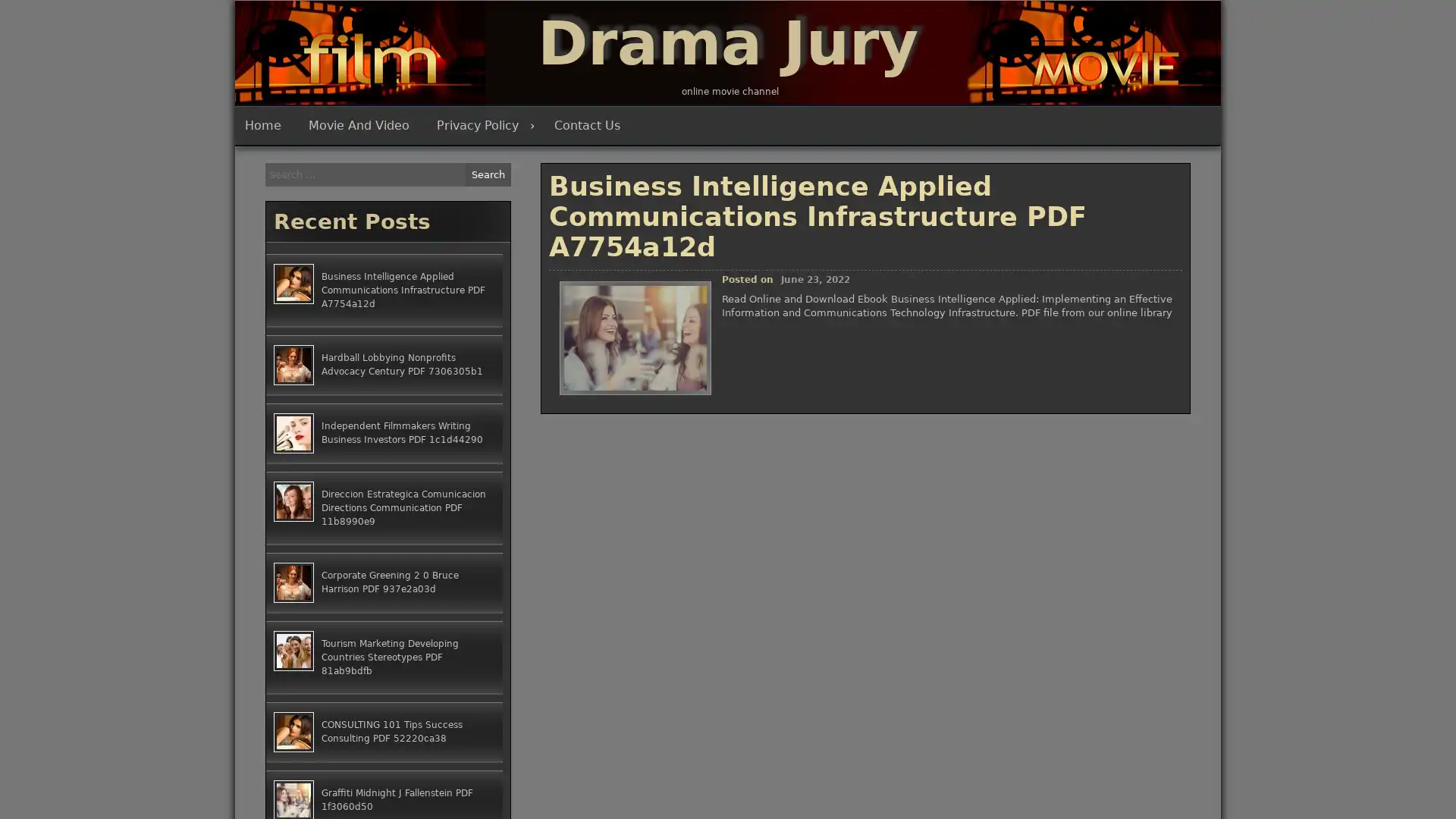 The image size is (1456, 819). What do you see at coordinates (488, 174) in the screenshot?
I see `Search` at bounding box center [488, 174].